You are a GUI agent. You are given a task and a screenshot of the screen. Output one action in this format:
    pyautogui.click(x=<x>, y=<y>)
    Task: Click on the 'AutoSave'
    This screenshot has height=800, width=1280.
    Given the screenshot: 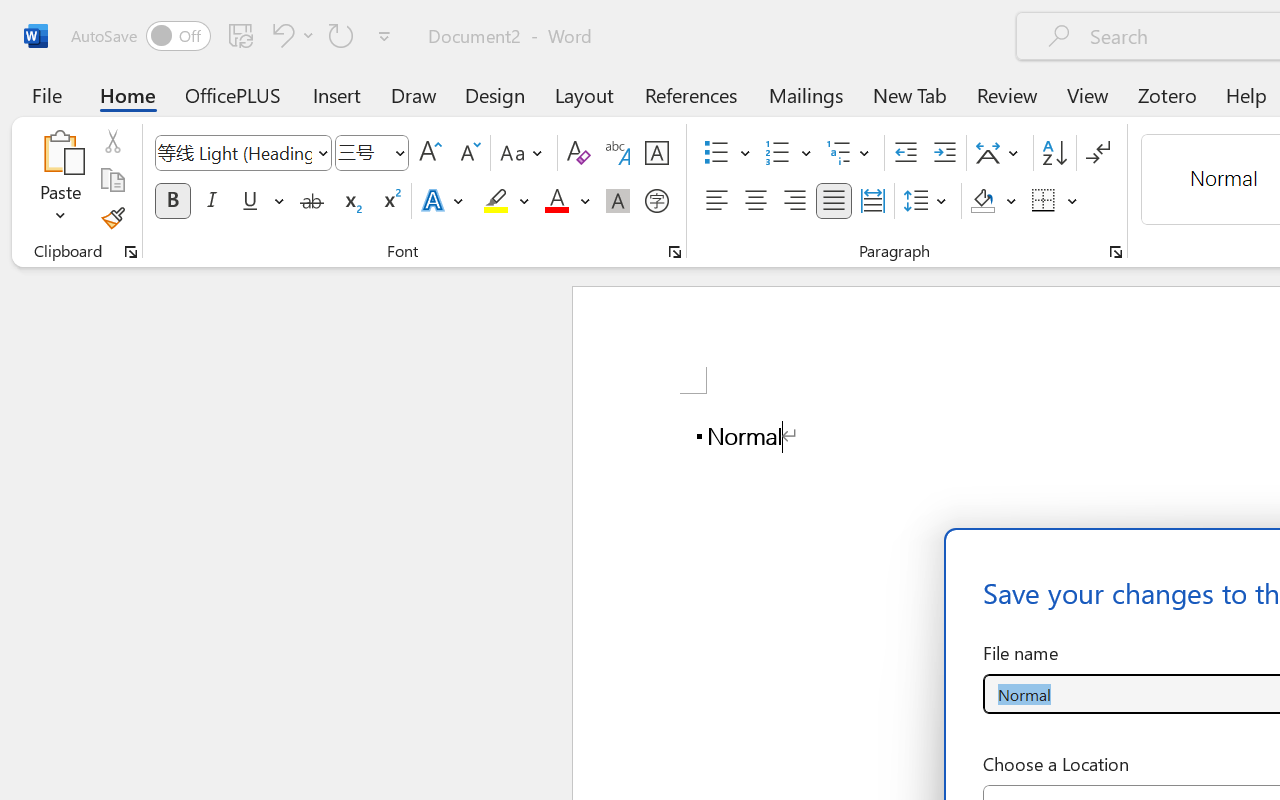 What is the action you would take?
    pyautogui.click(x=139, y=35)
    